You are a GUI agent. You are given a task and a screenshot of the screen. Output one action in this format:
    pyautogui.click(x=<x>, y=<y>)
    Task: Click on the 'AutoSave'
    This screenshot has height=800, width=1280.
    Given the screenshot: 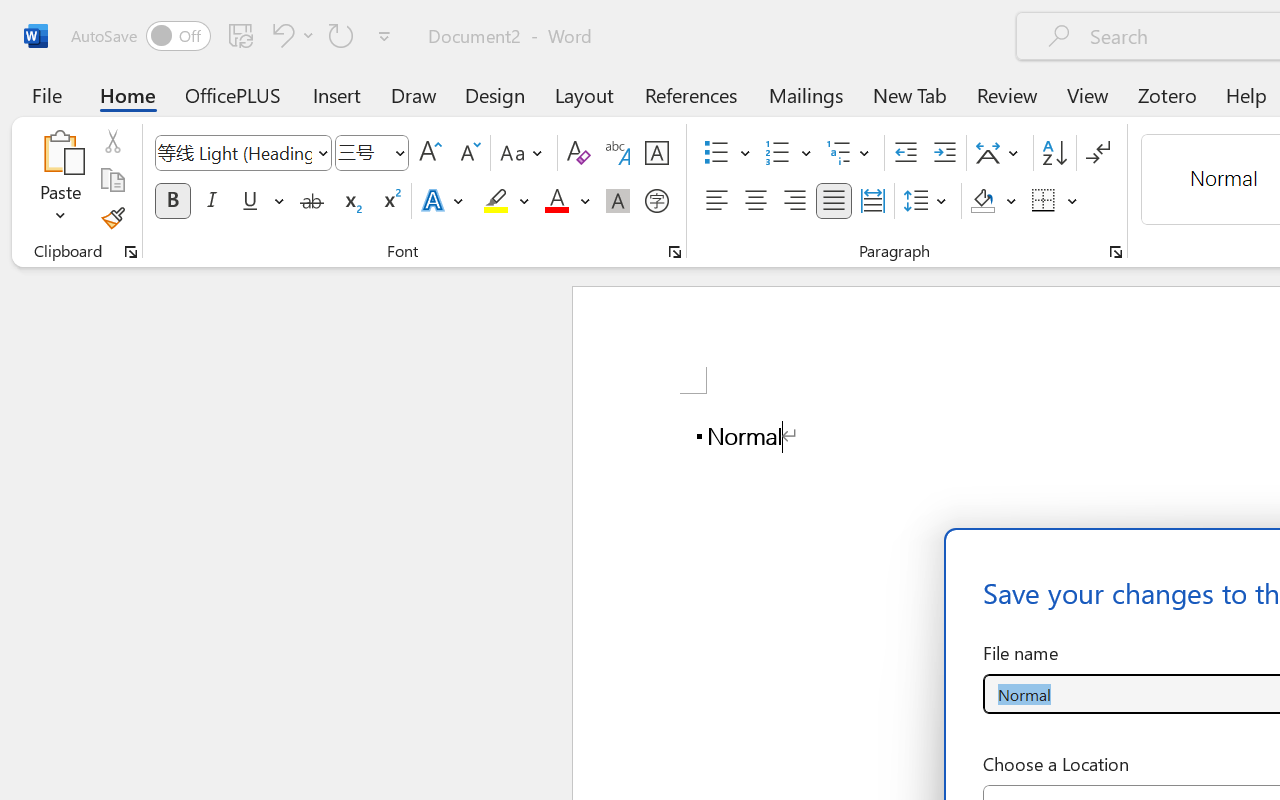 What is the action you would take?
    pyautogui.click(x=139, y=35)
    